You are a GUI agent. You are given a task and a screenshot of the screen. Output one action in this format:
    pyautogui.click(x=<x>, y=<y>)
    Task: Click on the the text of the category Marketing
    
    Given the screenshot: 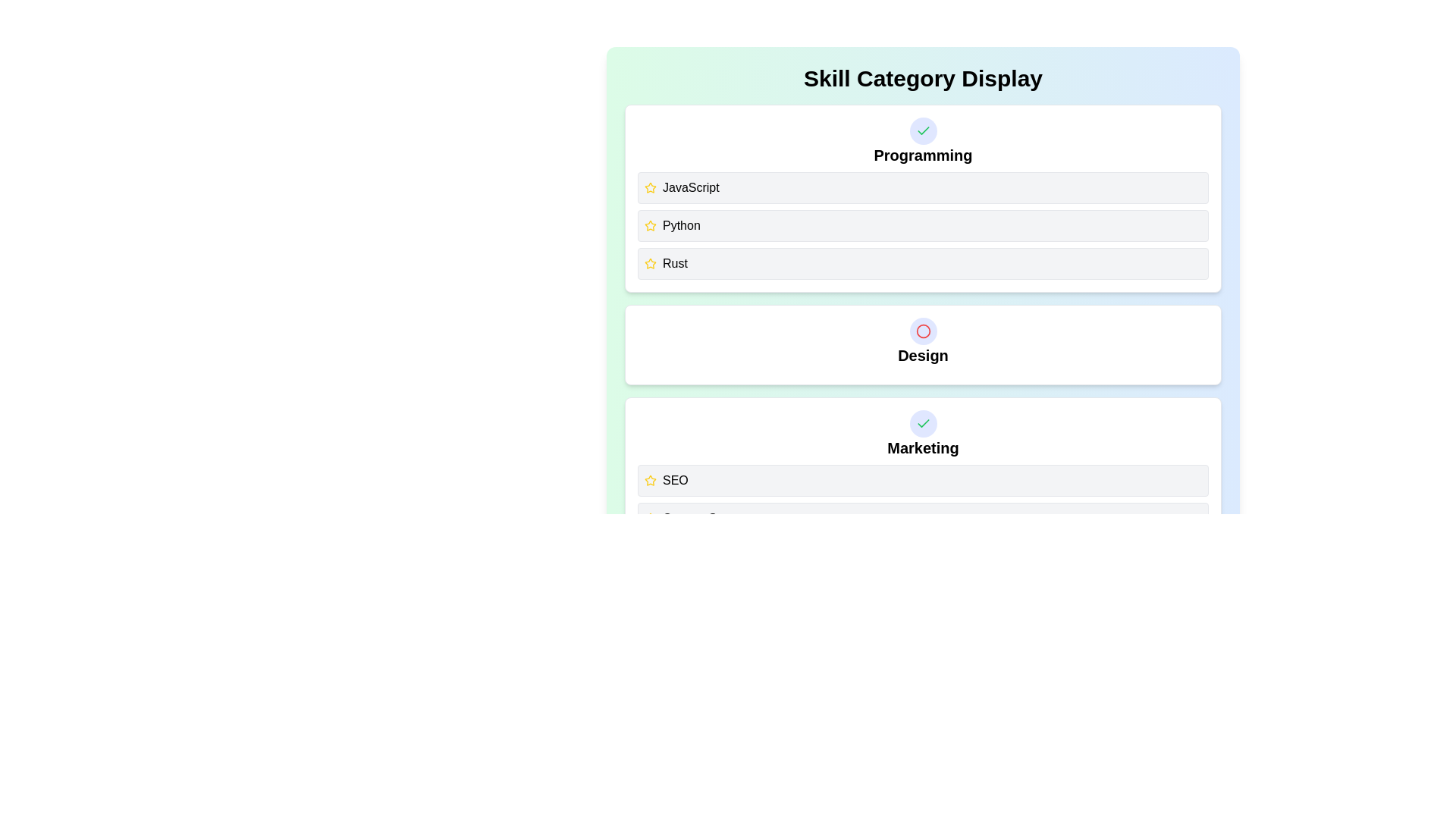 What is the action you would take?
    pyautogui.click(x=922, y=447)
    